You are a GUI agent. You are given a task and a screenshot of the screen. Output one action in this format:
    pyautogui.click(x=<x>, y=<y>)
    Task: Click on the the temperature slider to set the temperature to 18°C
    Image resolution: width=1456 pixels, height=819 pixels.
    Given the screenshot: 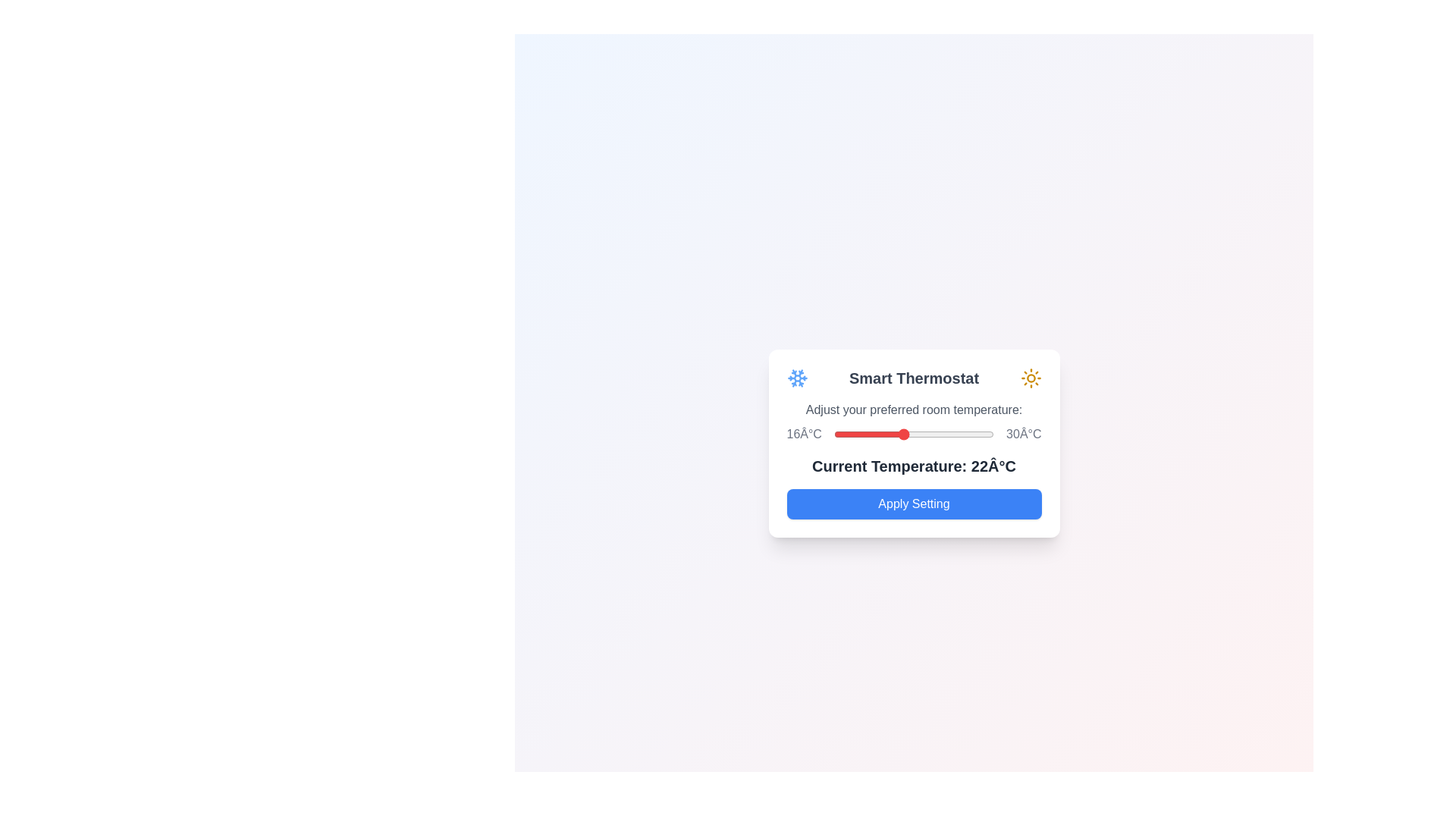 What is the action you would take?
    pyautogui.click(x=857, y=435)
    